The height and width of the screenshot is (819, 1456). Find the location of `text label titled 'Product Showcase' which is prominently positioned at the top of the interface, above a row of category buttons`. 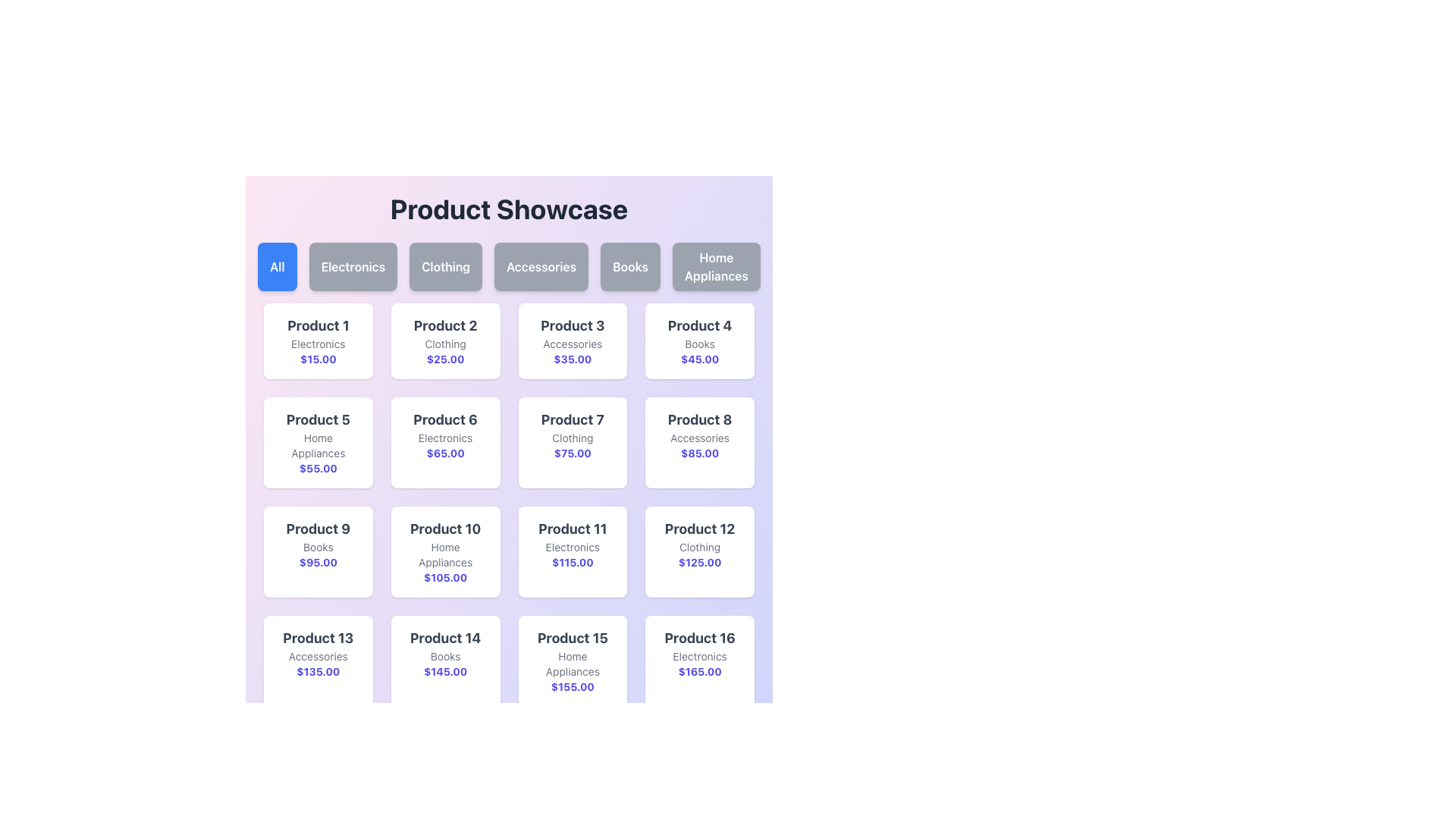

text label titled 'Product Showcase' which is prominently positioned at the top of the interface, above a row of category buttons is located at coordinates (509, 209).